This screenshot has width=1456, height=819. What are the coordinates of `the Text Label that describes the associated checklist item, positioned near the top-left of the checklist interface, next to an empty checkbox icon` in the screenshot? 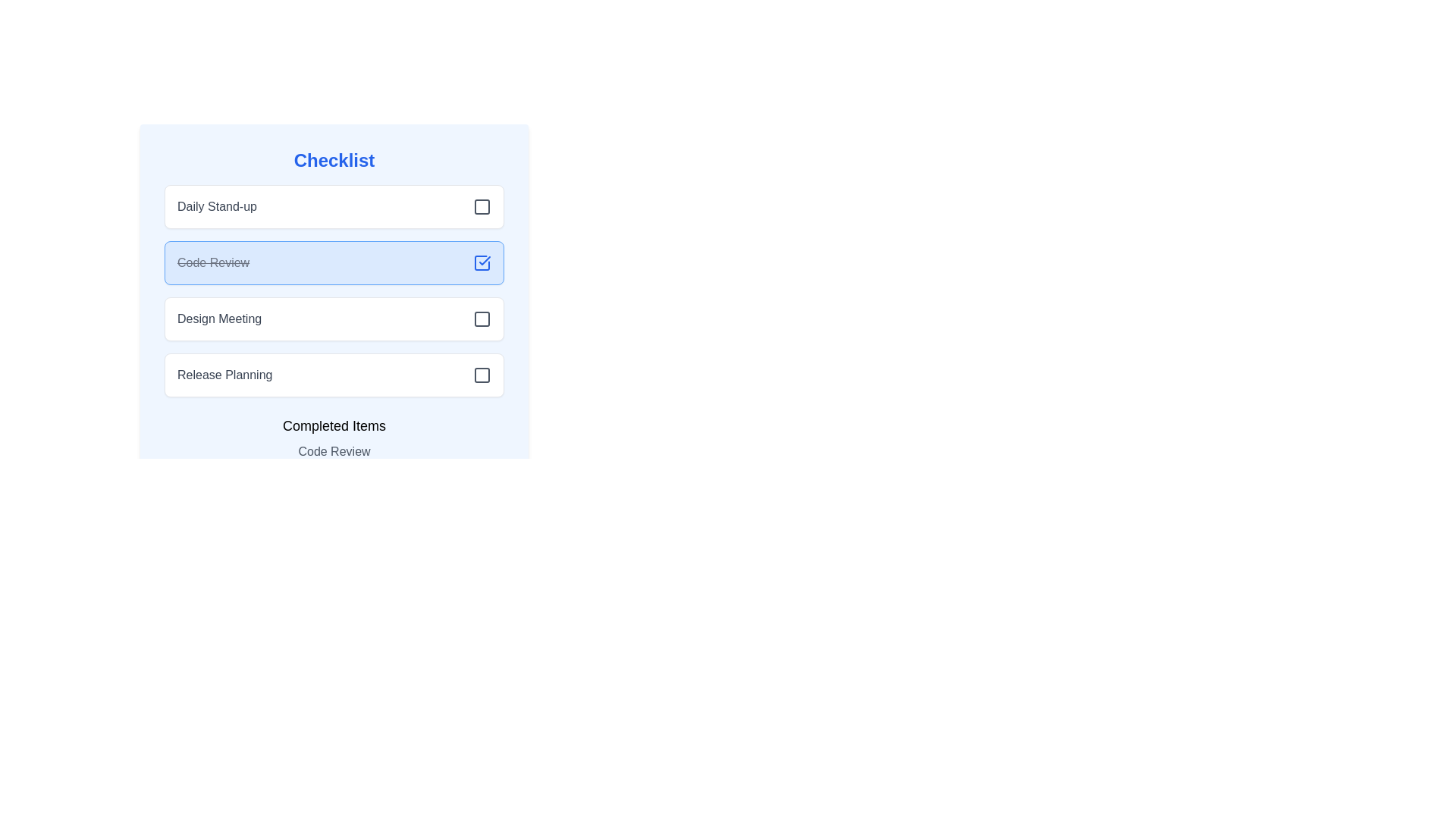 It's located at (216, 207).